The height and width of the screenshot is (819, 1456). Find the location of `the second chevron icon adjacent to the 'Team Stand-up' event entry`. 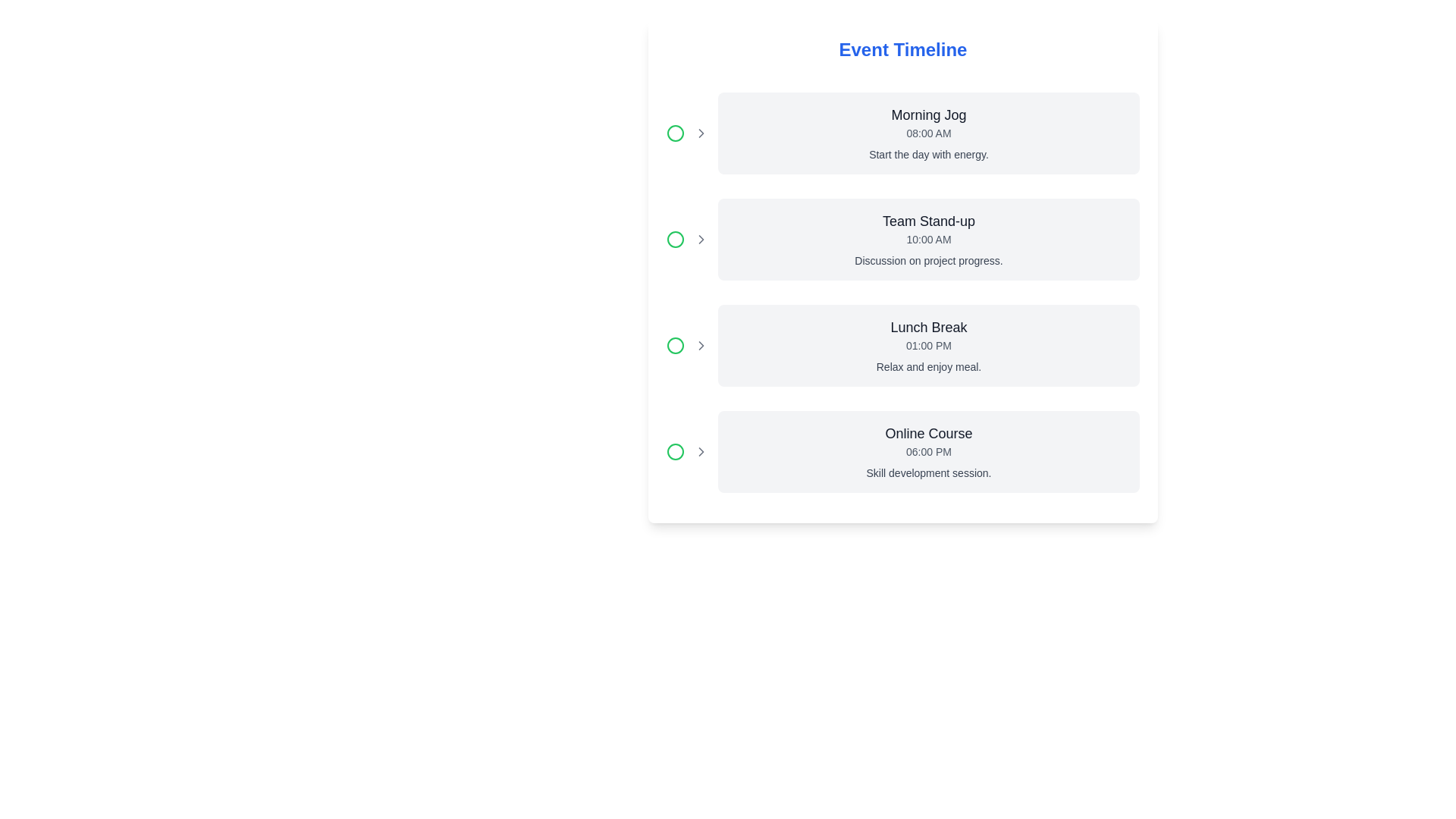

the second chevron icon adjacent to the 'Team Stand-up' event entry is located at coordinates (701, 239).